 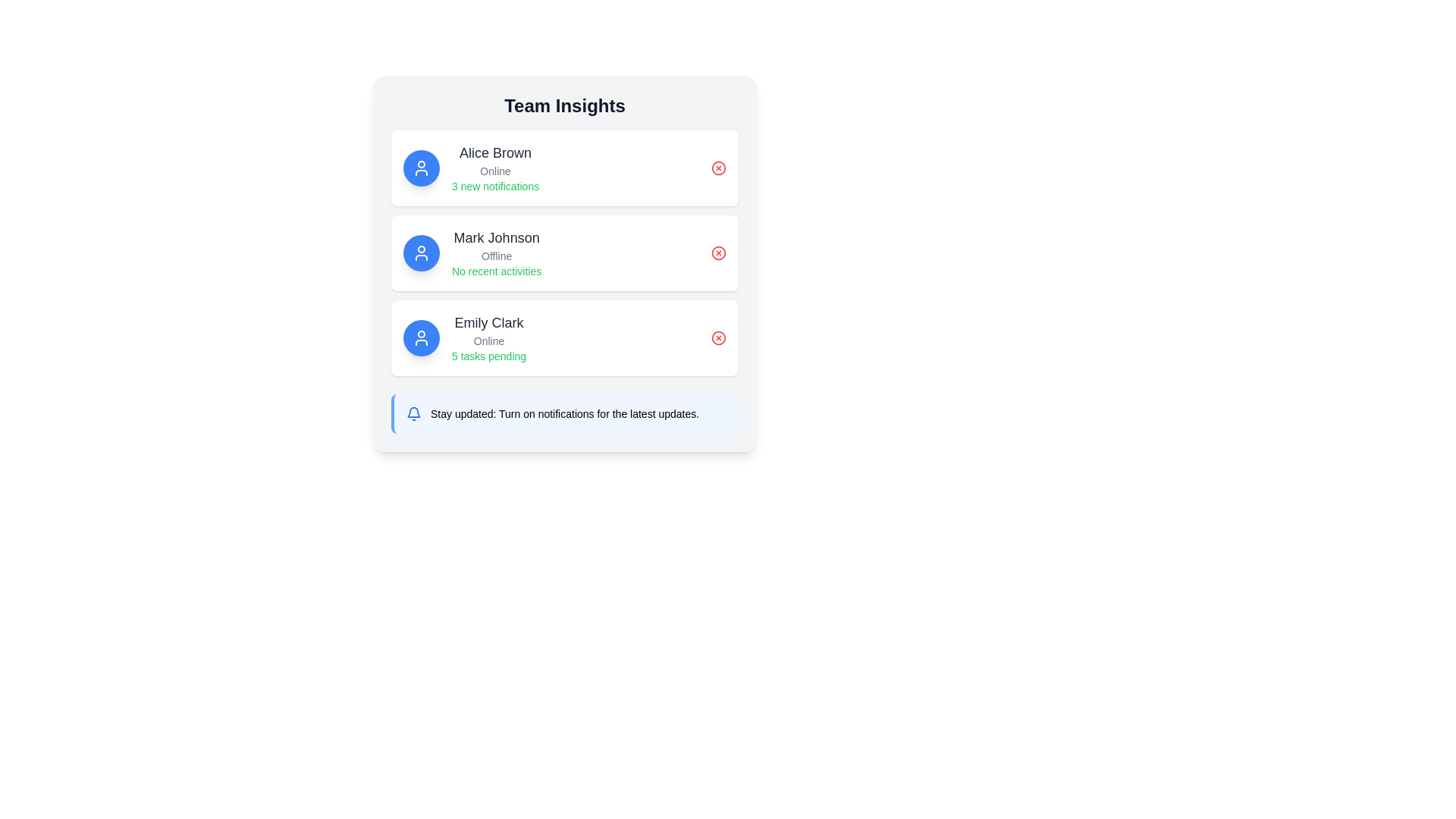 What do you see at coordinates (563, 168) in the screenshot?
I see `user details from the user profile card displaying 'Alice Brown', 'Online', and '3 new notifications' located at the top of the list under 'Team Insights'` at bounding box center [563, 168].